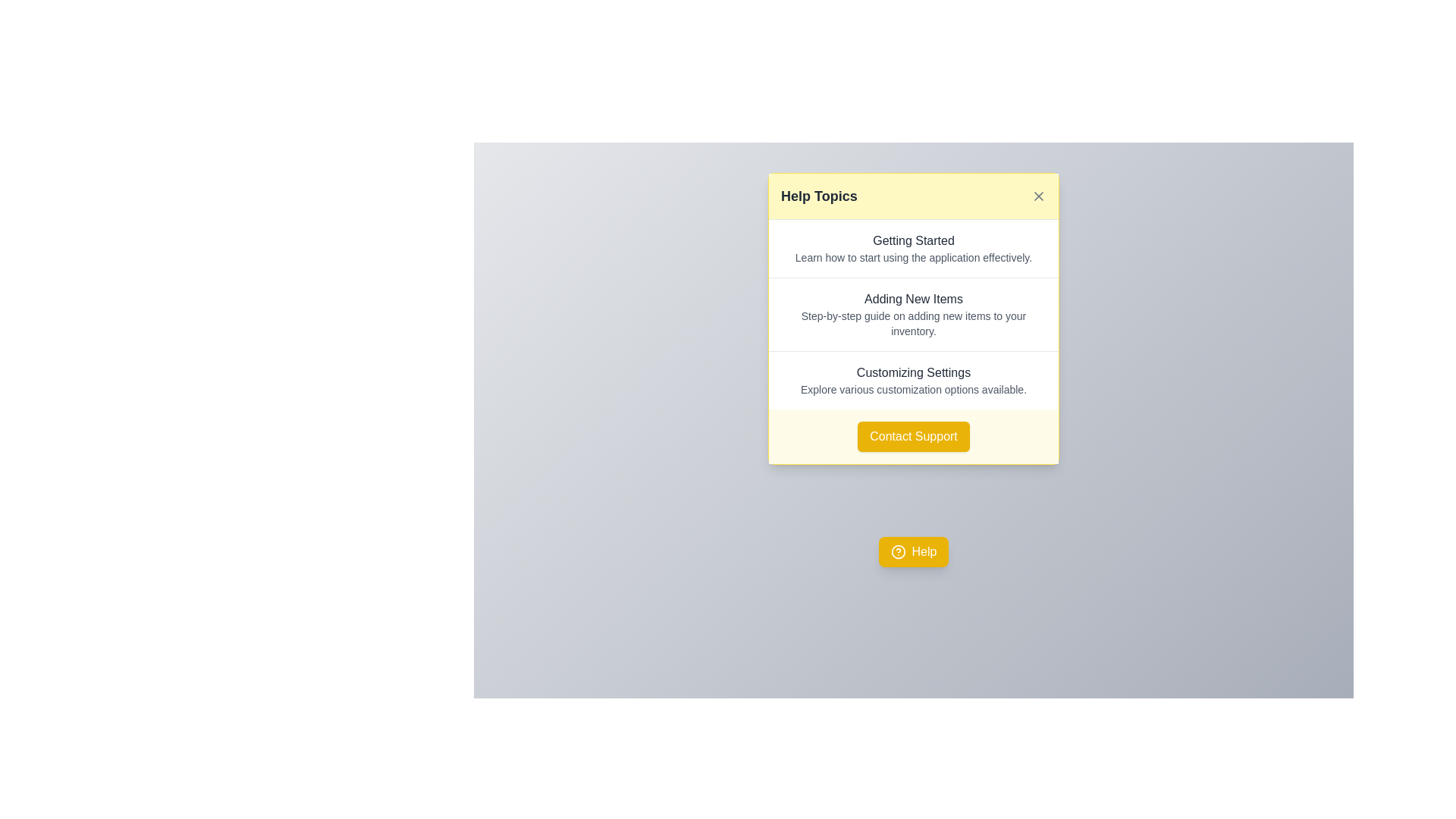  Describe the element at coordinates (912, 299) in the screenshot. I see `the title text that summarizes the topic of the help guide section about adding new items to an inventory, located in the center column of the 'Help Topics' modal window, positioned below 'Getting Started' and above 'Customizing Settings'` at that location.